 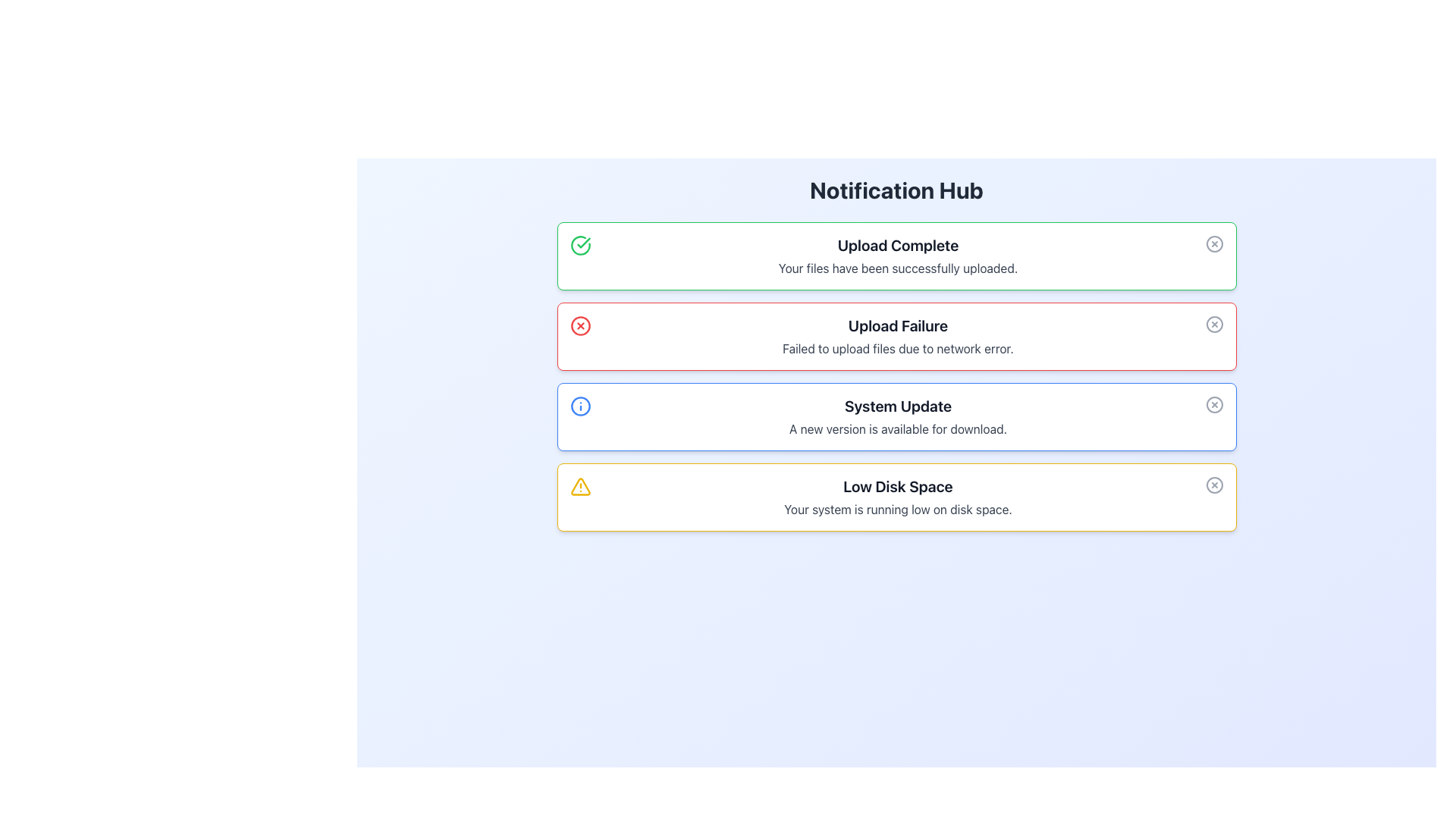 What do you see at coordinates (1214, 403) in the screenshot?
I see `the gray circular close button with an 'X' shape located at the far right of the 'System Update' notification` at bounding box center [1214, 403].